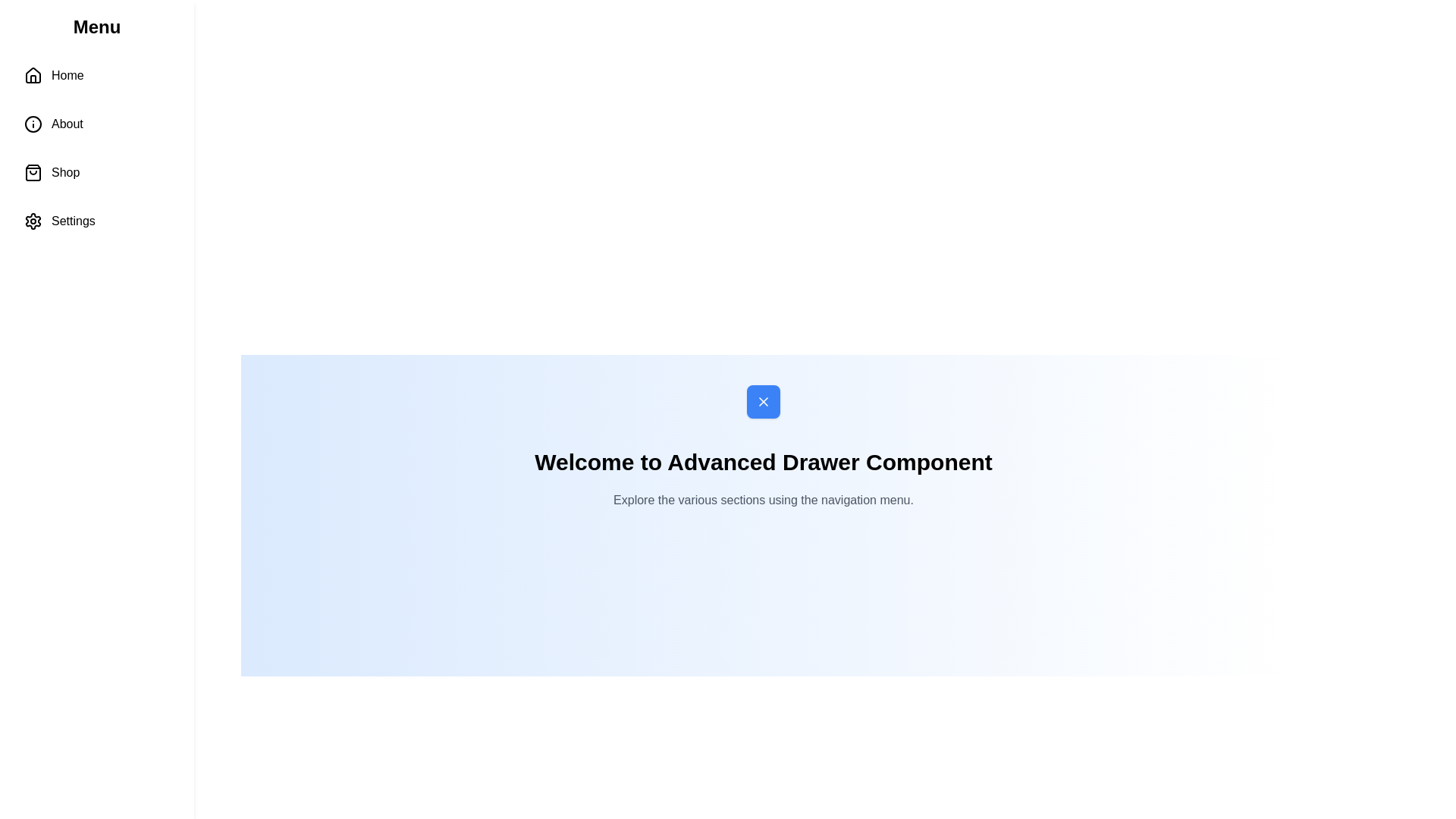 Image resolution: width=1456 pixels, height=819 pixels. What do you see at coordinates (33, 221) in the screenshot?
I see `the settings icon located in the vertical navigation menu on the left side of the interface, which is the fourth item below the 'Shop' menu item` at bounding box center [33, 221].